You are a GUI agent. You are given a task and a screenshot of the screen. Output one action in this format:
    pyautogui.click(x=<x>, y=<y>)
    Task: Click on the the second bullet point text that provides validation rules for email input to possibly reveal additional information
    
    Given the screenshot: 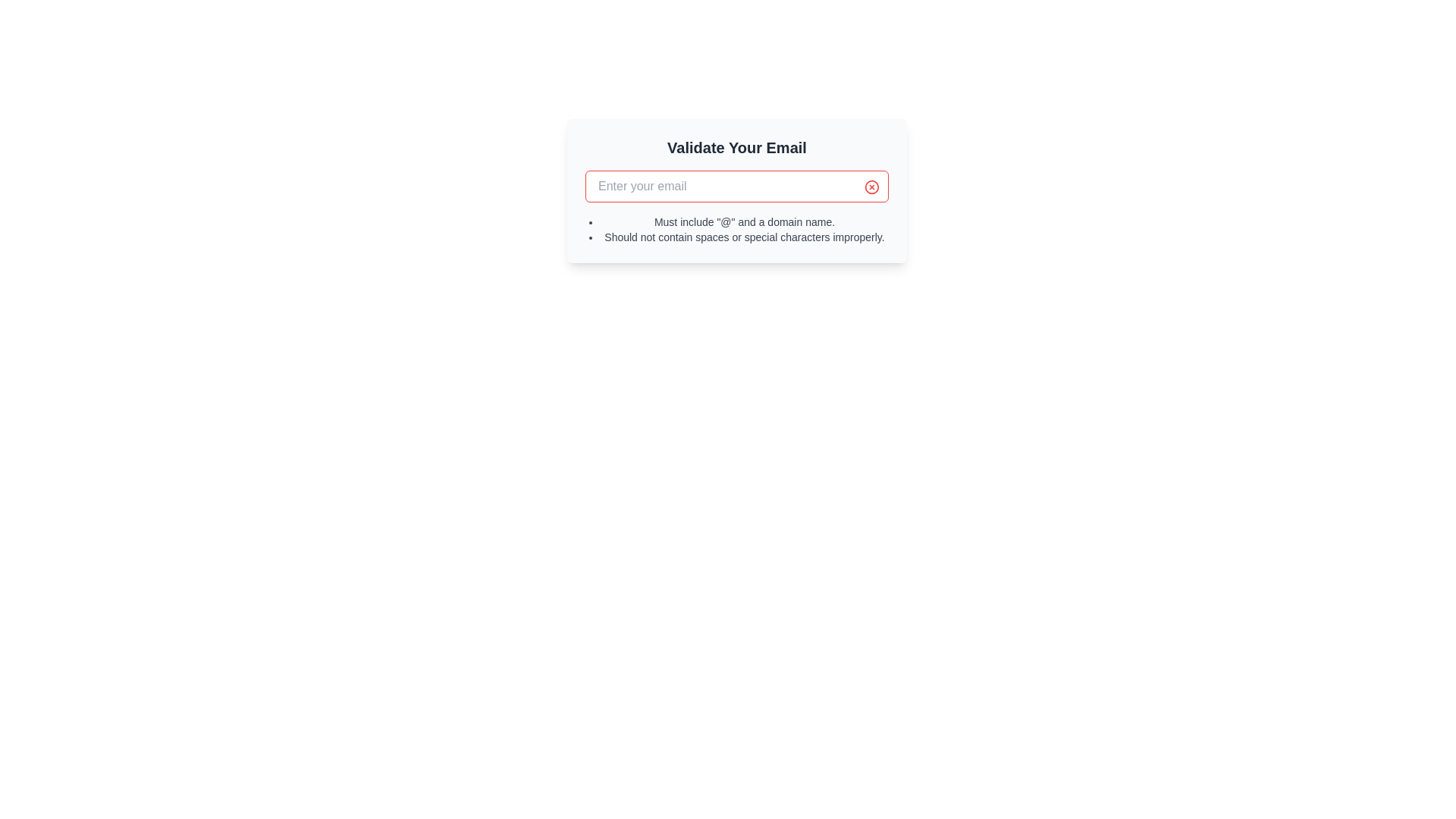 What is the action you would take?
    pyautogui.click(x=745, y=237)
    